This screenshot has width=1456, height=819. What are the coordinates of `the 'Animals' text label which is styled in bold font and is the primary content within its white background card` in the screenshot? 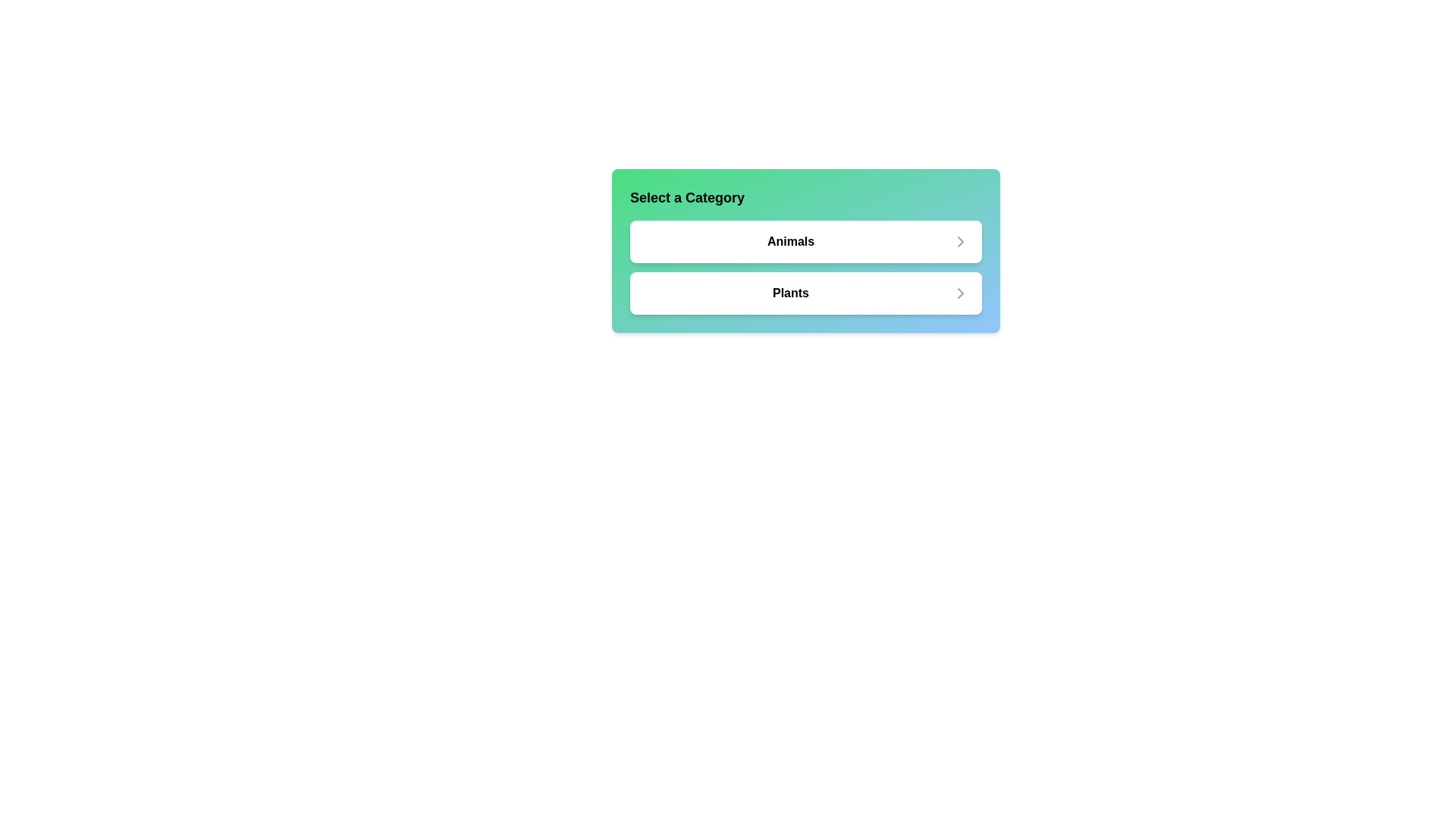 It's located at (789, 241).